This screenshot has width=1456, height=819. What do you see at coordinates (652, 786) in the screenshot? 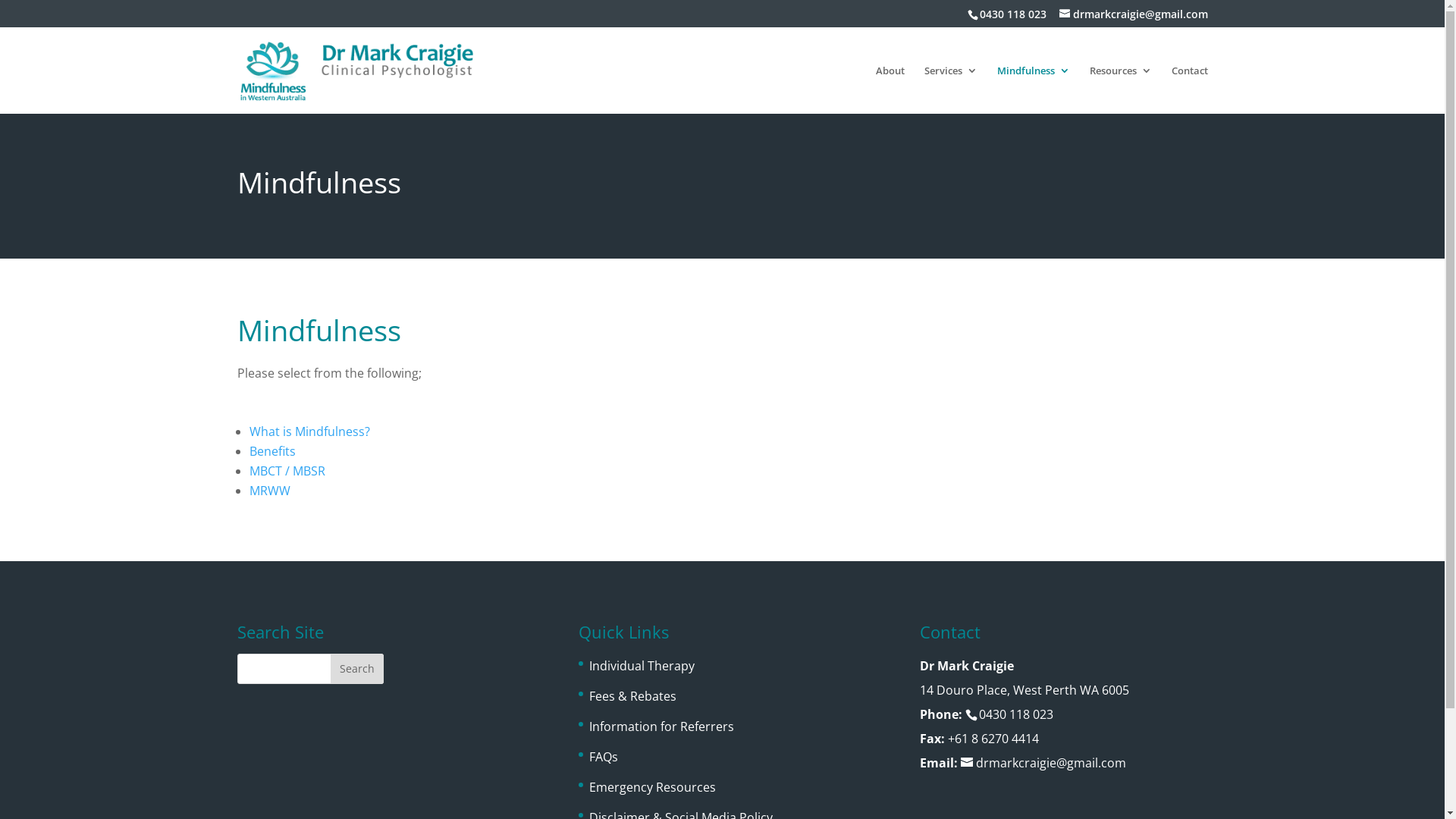
I see `'Emergency Resources'` at bounding box center [652, 786].